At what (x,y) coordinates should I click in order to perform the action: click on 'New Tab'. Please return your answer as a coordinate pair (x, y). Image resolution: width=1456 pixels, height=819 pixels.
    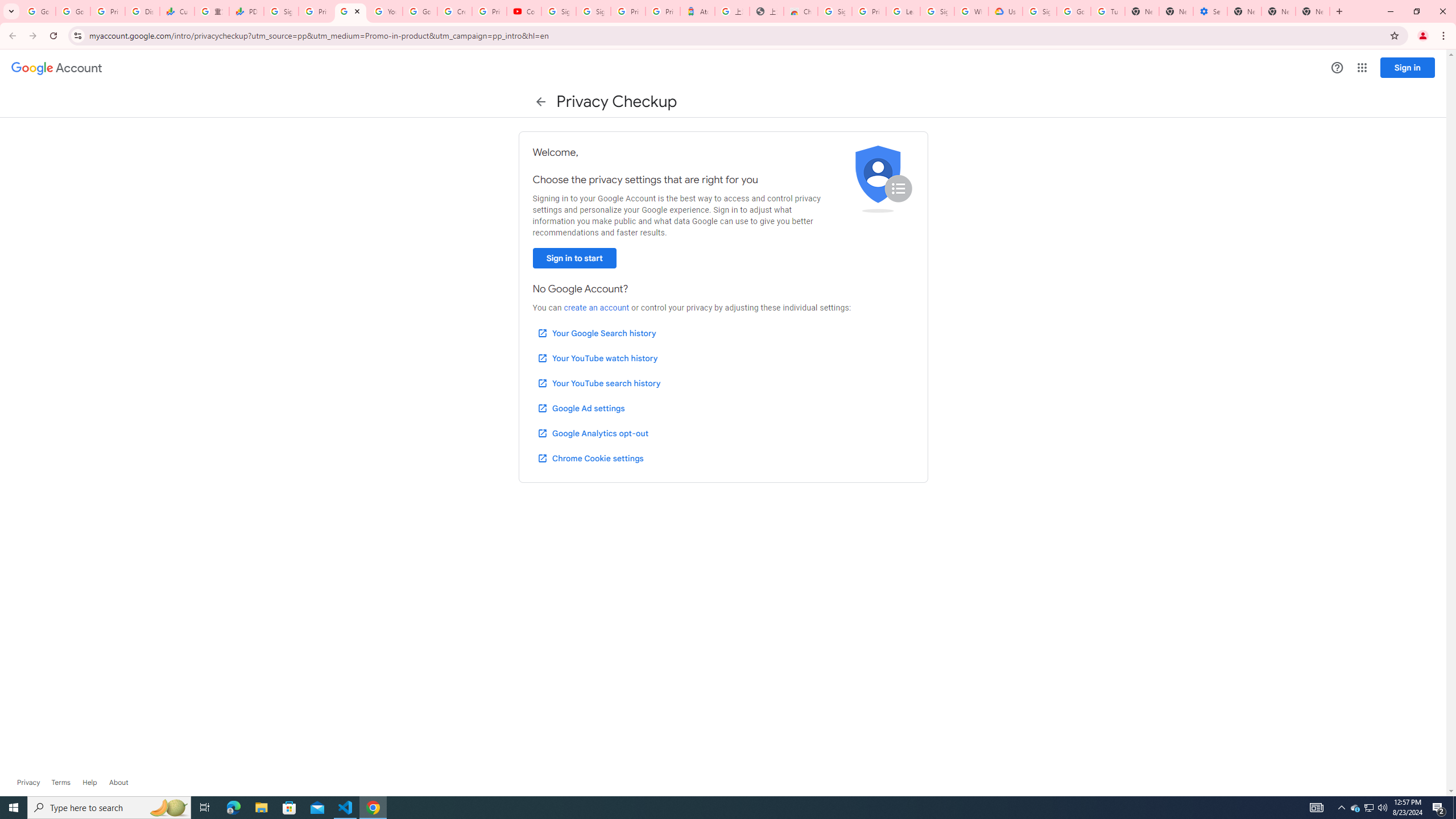
    Looking at the image, I should click on (1312, 11).